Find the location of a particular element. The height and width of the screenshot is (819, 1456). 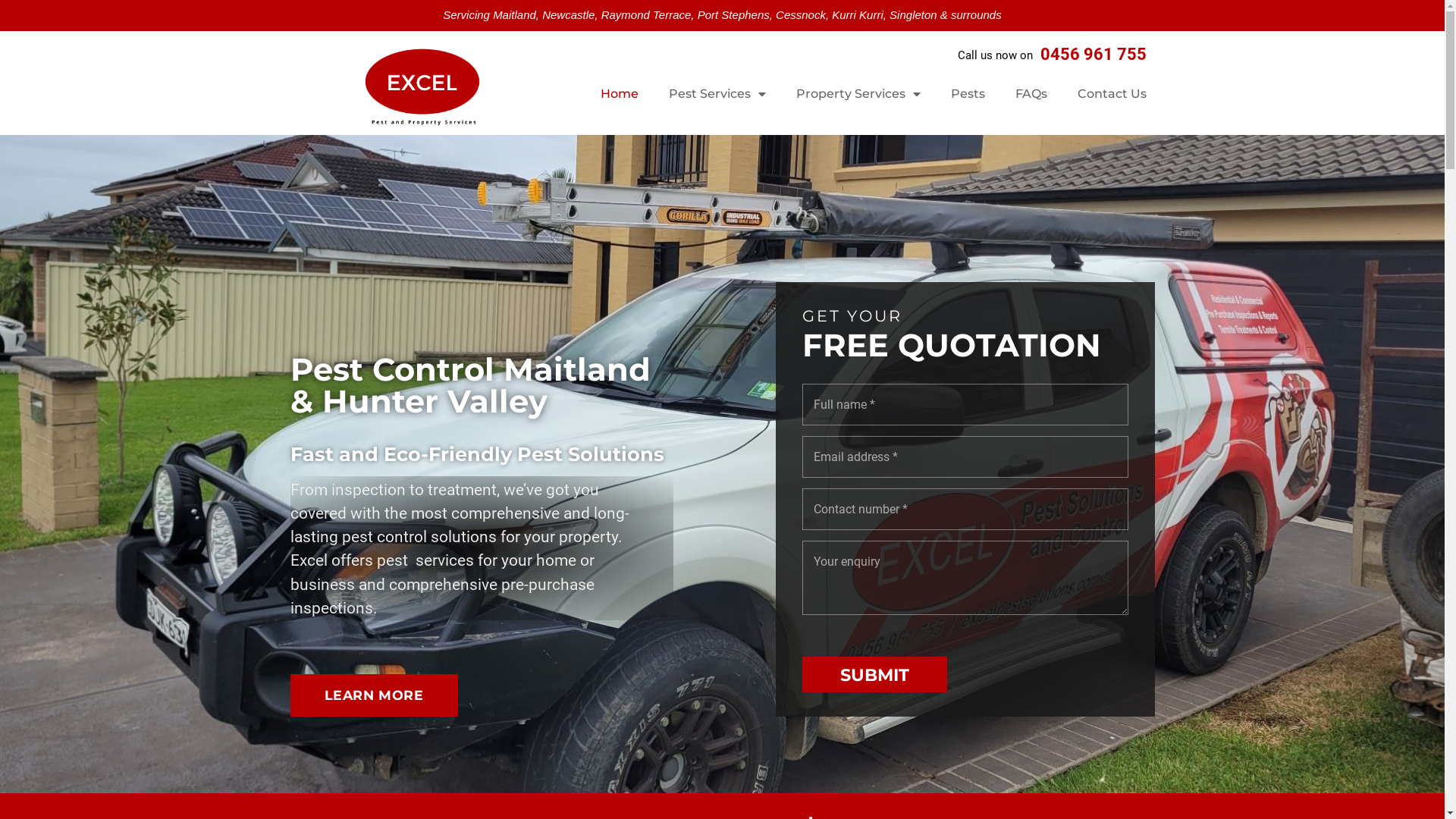

'FAQs' is located at coordinates (1031, 93).